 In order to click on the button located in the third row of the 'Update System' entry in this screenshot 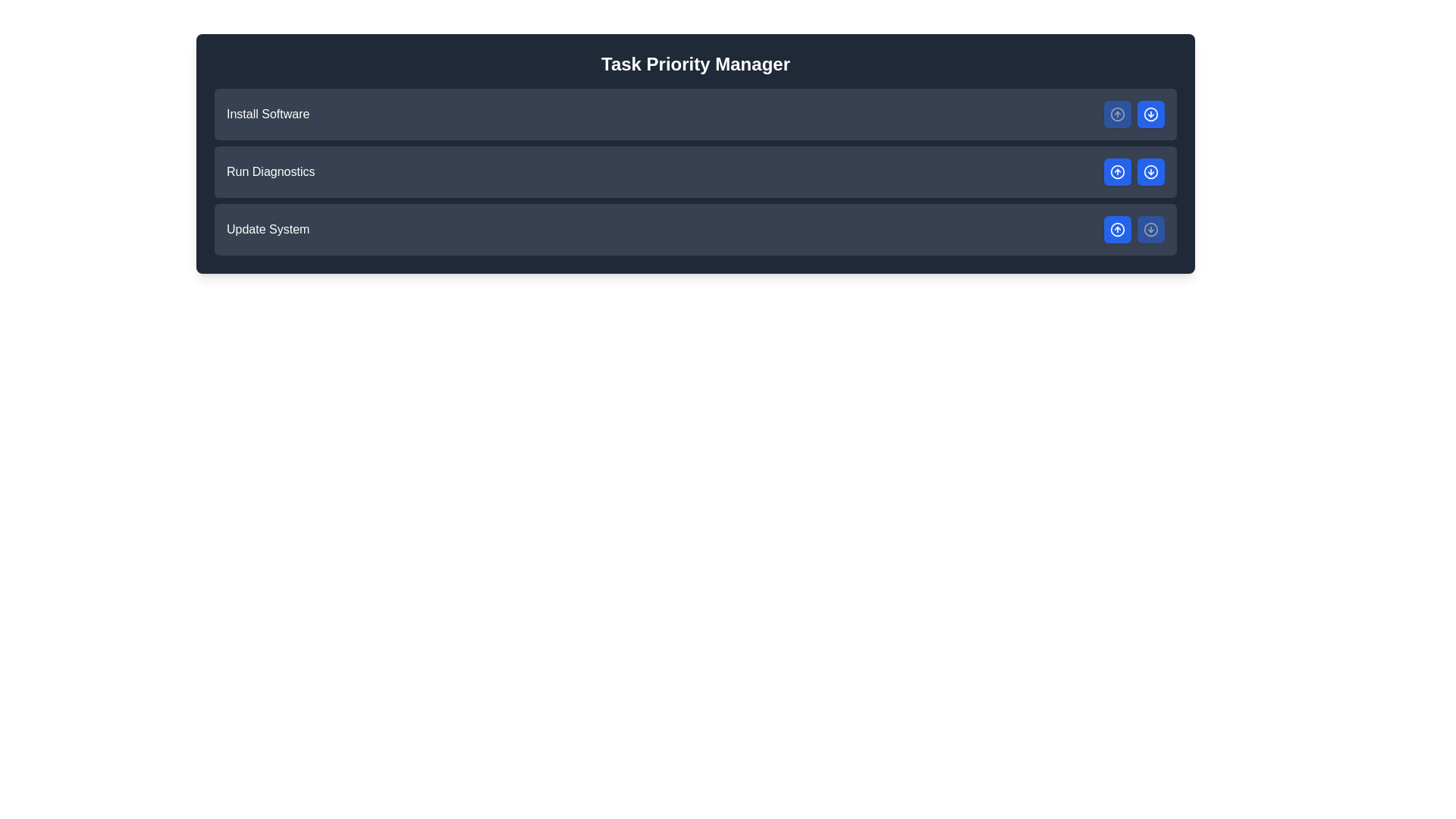, I will do `click(1117, 230)`.